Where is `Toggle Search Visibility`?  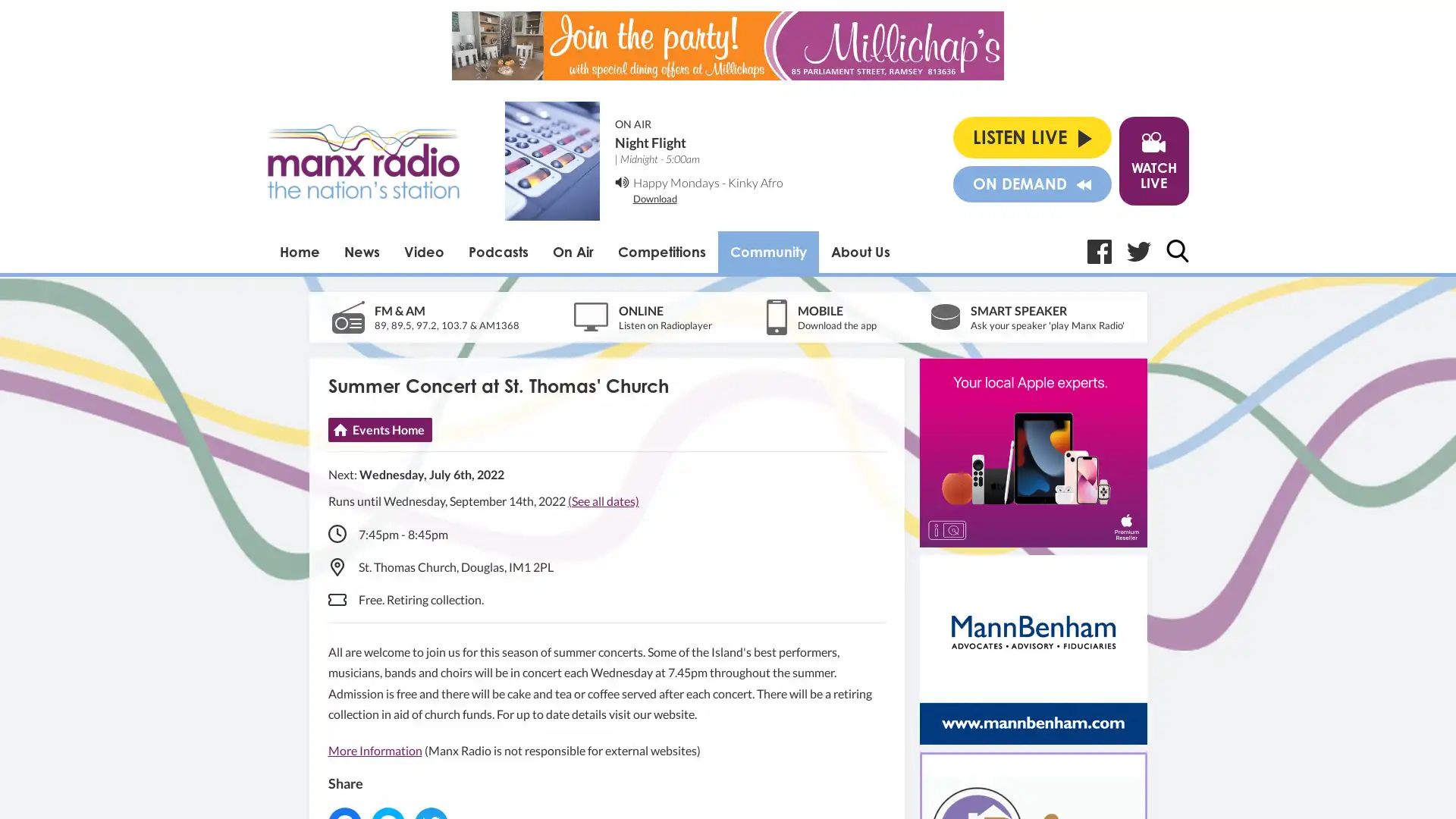 Toggle Search Visibility is located at coordinates (1175, 250).